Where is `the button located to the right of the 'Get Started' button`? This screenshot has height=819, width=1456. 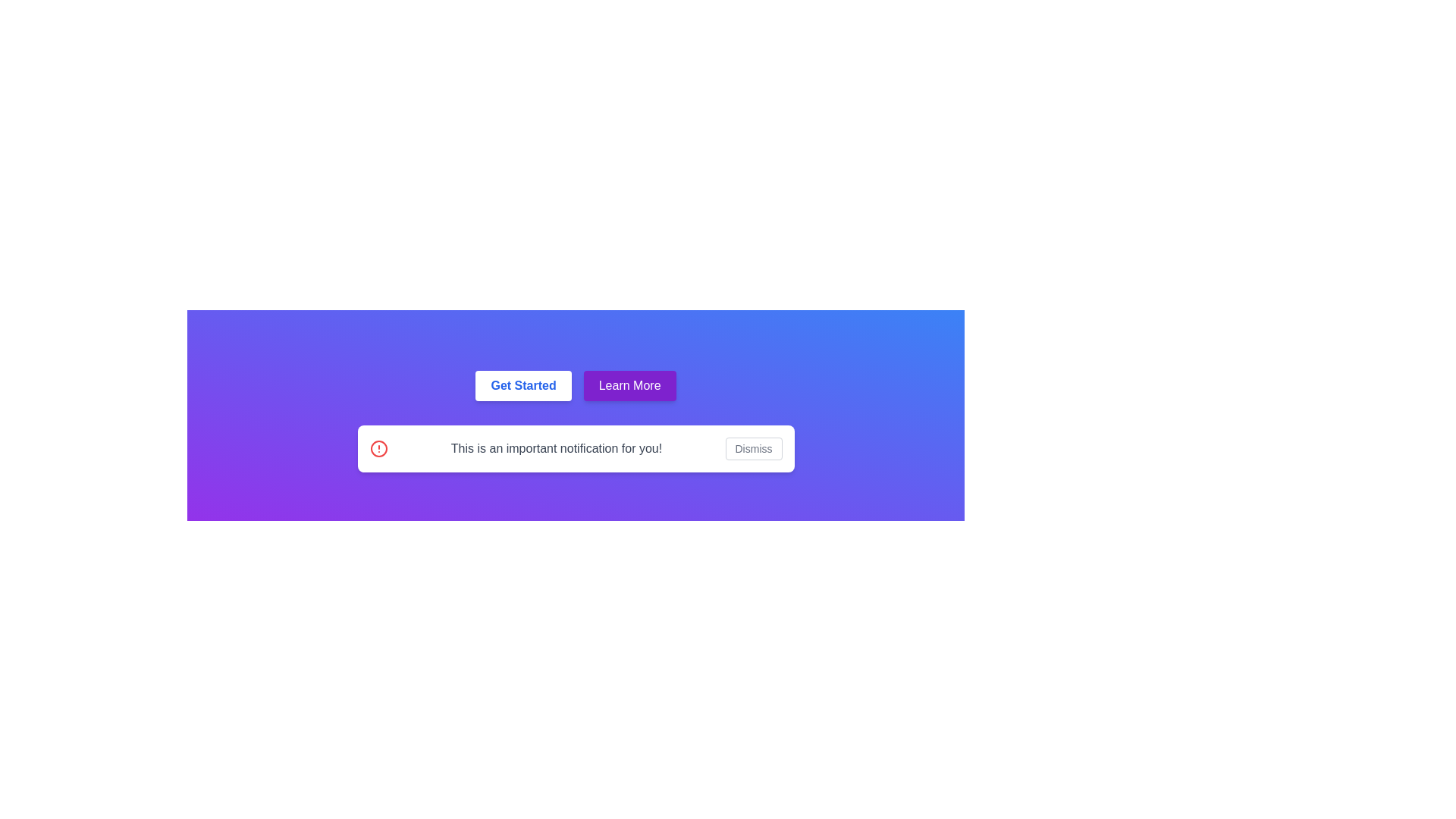
the button located to the right of the 'Get Started' button is located at coordinates (629, 385).